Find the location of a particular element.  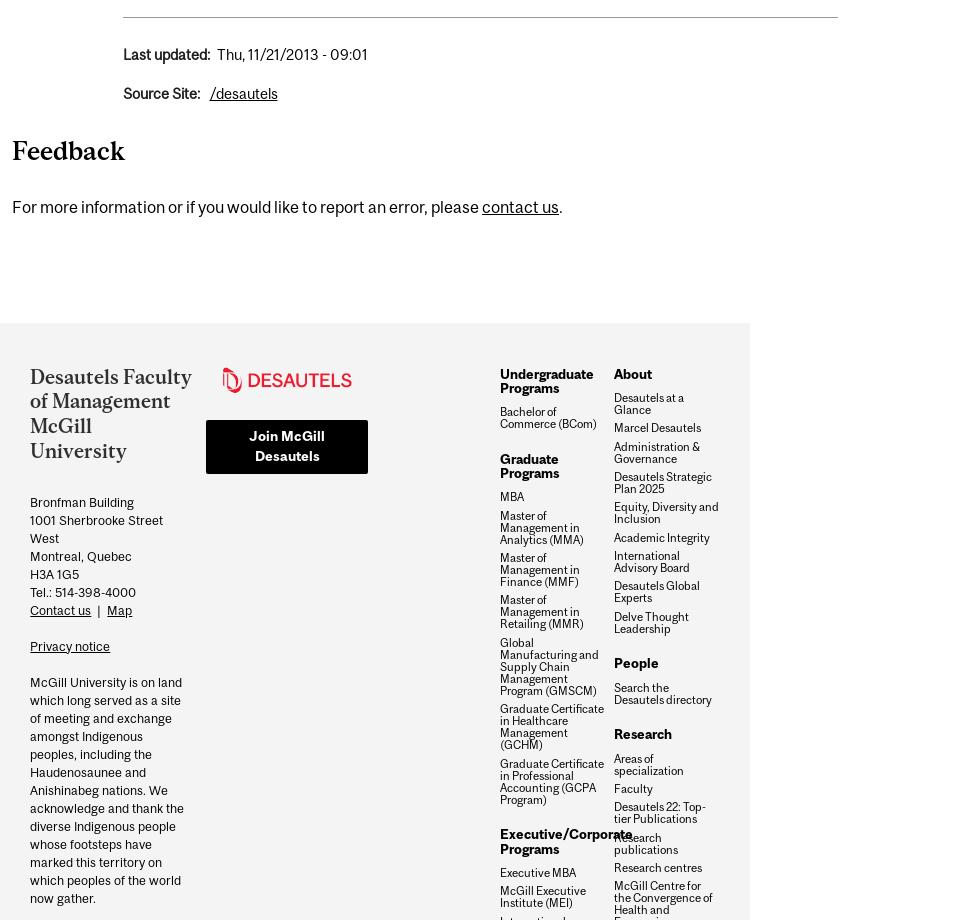

'Equity, Diversity and Inclusion' is located at coordinates (666, 512).